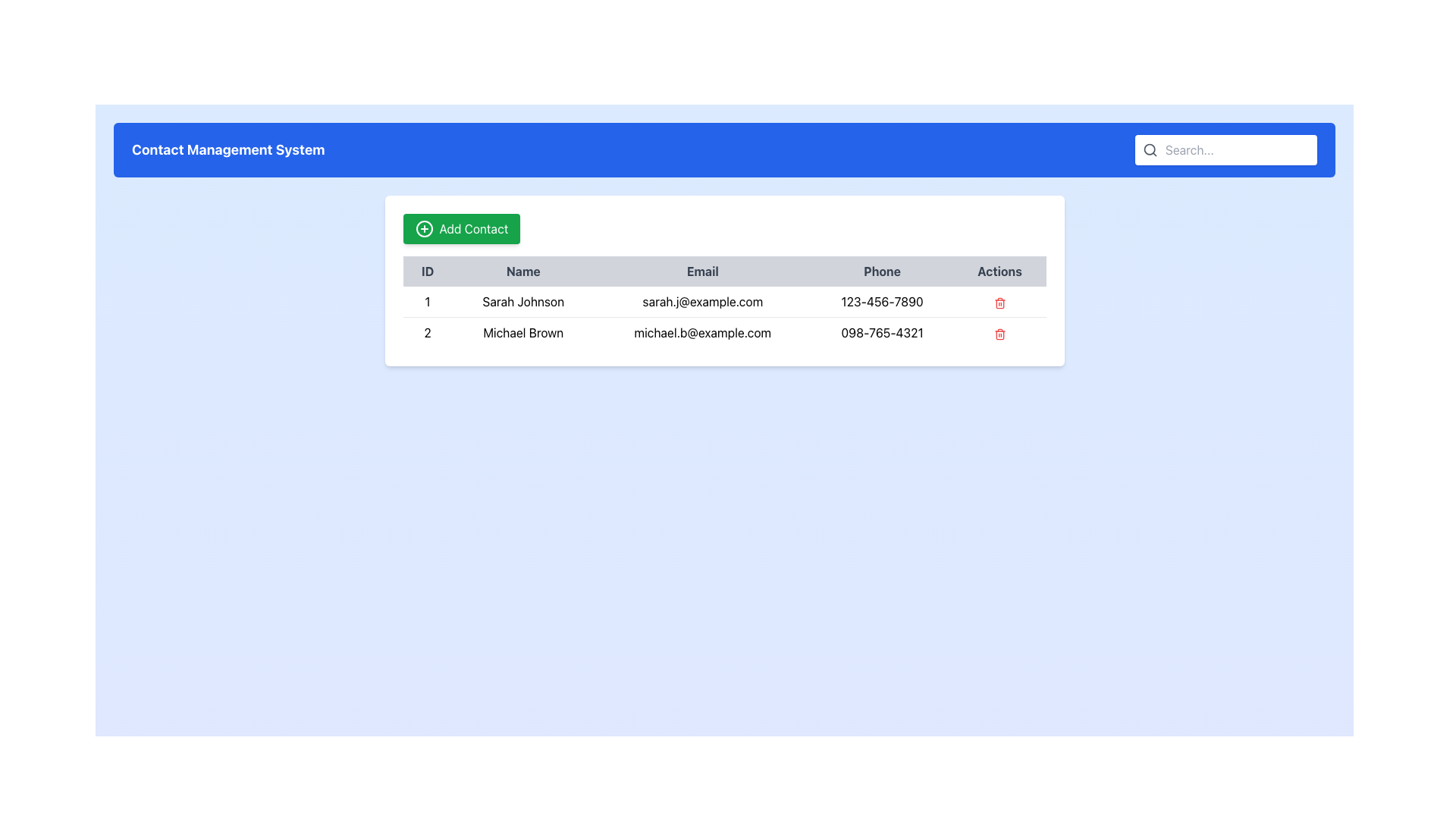 Image resolution: width=1456 pixels, height=819 pixels. What do you see at coordinates (523, 302) in the screenshot?
I see `the Text label displaying the name of the first contact in the table, located in the second column under the 'Name' header` at bounding box center [523, 302].